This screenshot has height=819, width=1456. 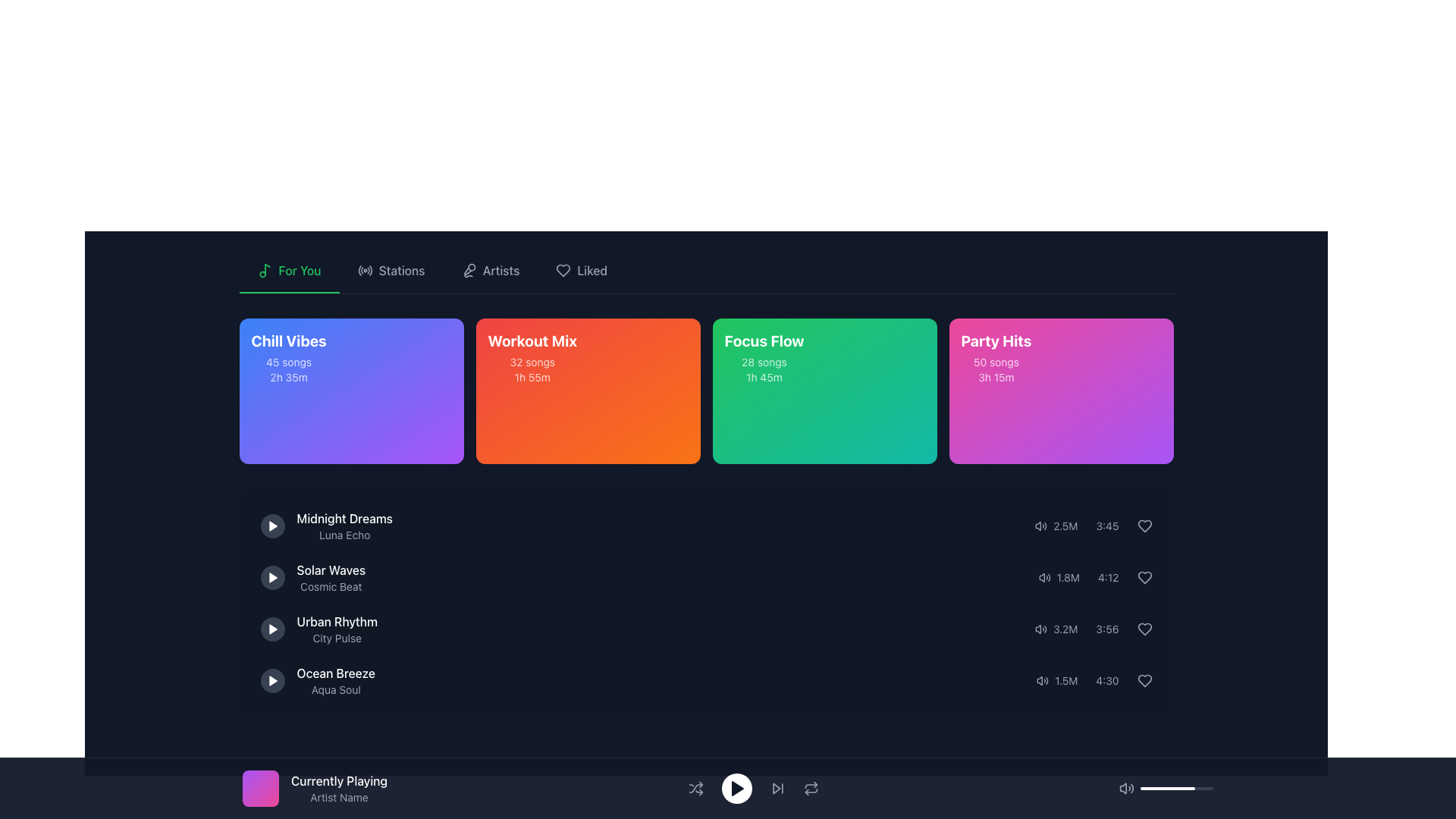 What do you see at coordinates (1144, 526) in the screenshot?
I see `the 'like' button for the song 'Party Hits' to show the context menu` at bounding box center [1144, 526].